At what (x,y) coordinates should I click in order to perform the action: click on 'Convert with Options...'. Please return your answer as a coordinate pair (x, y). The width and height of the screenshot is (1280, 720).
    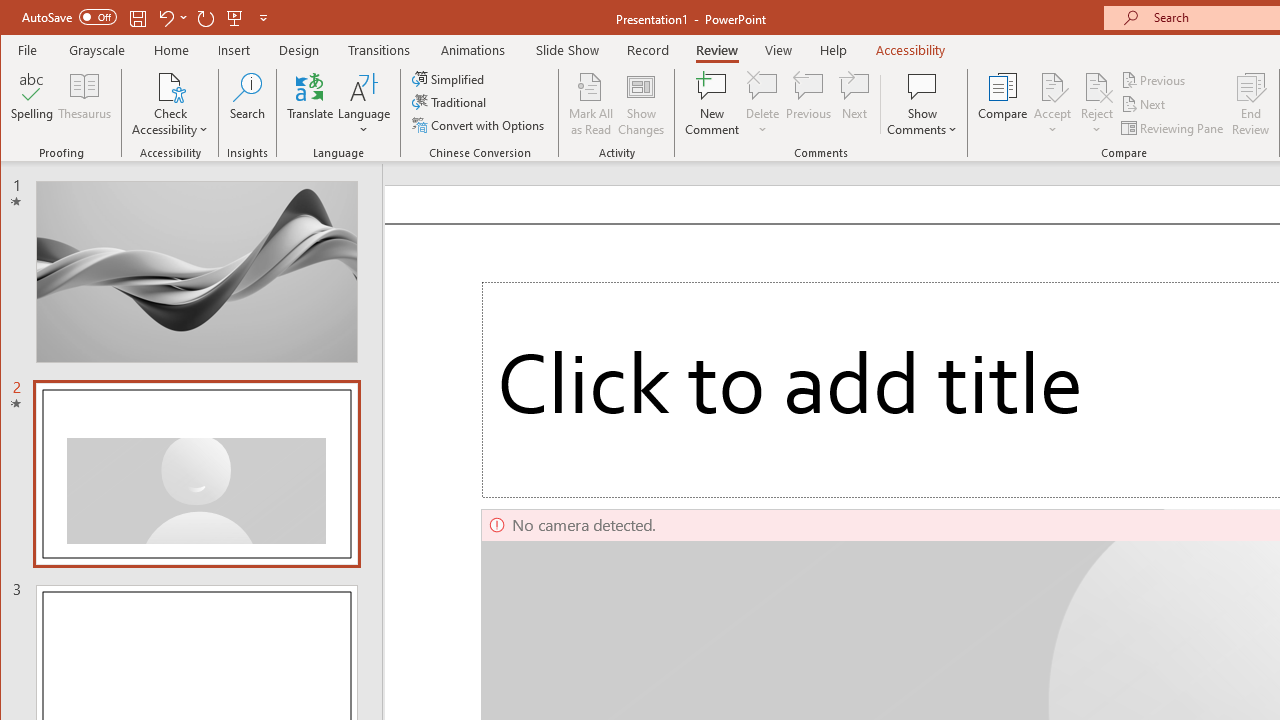
    Looking at the image, I should click on (480, 125).